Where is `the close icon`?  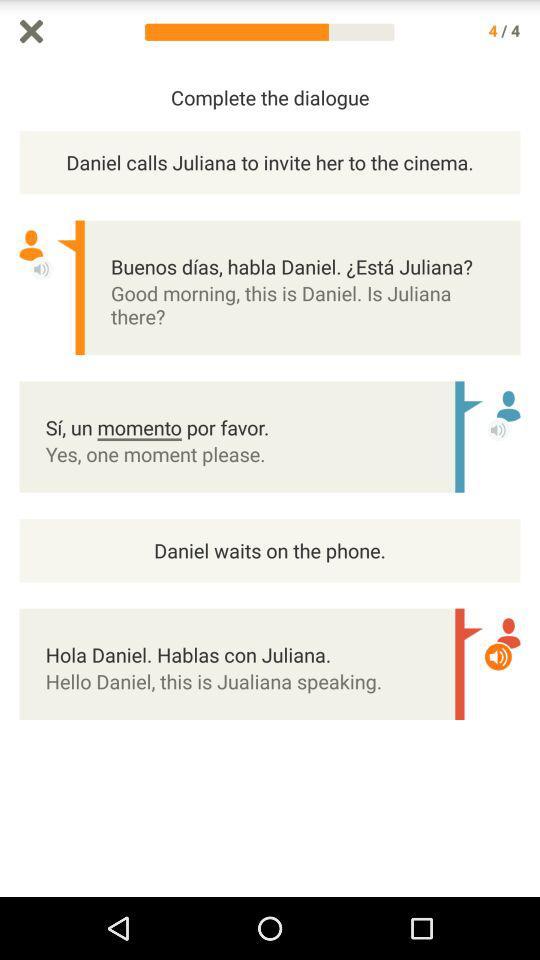
the close icon is located at coordinates (30, 32).